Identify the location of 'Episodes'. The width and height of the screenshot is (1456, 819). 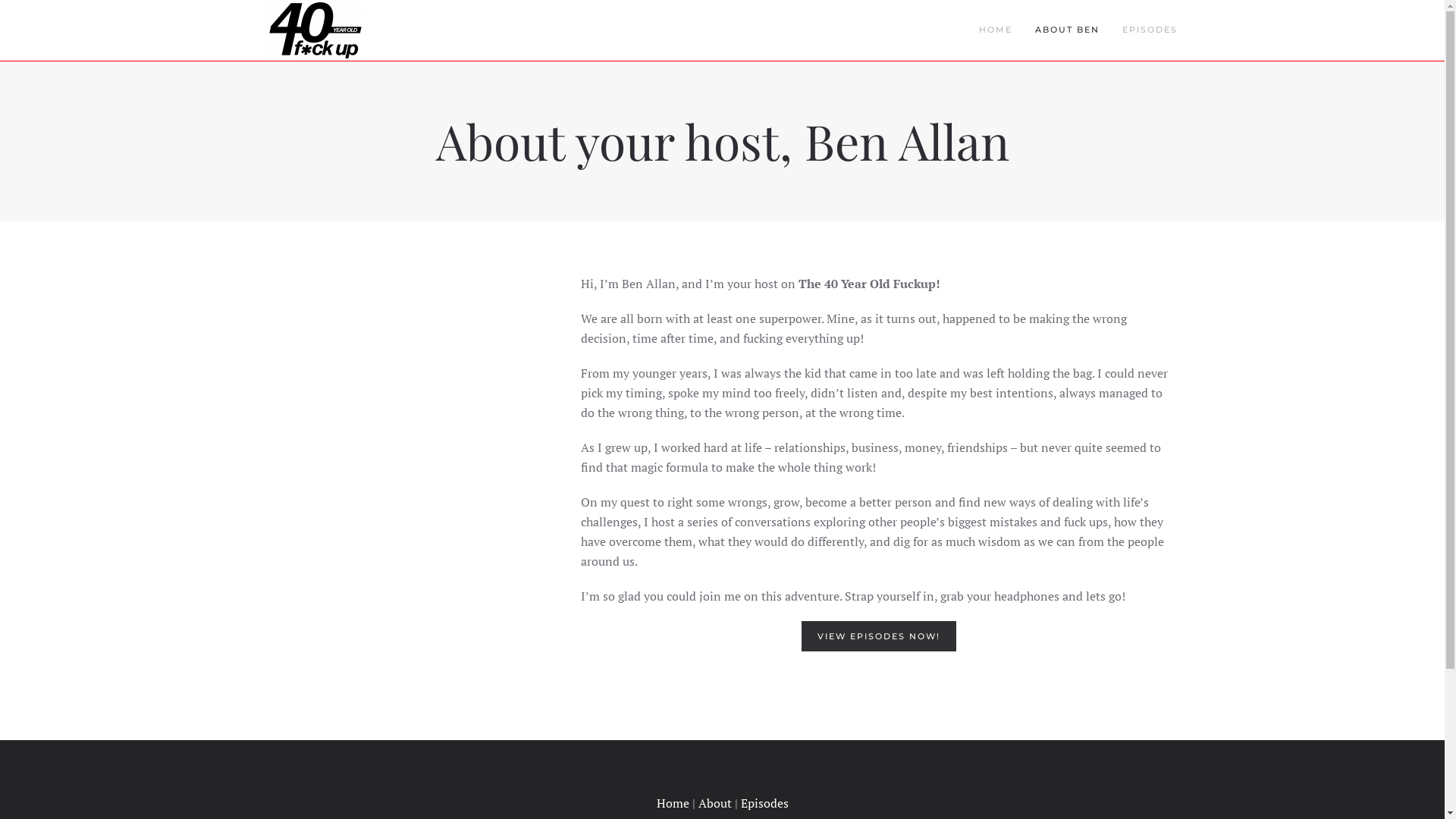
(739, 802).